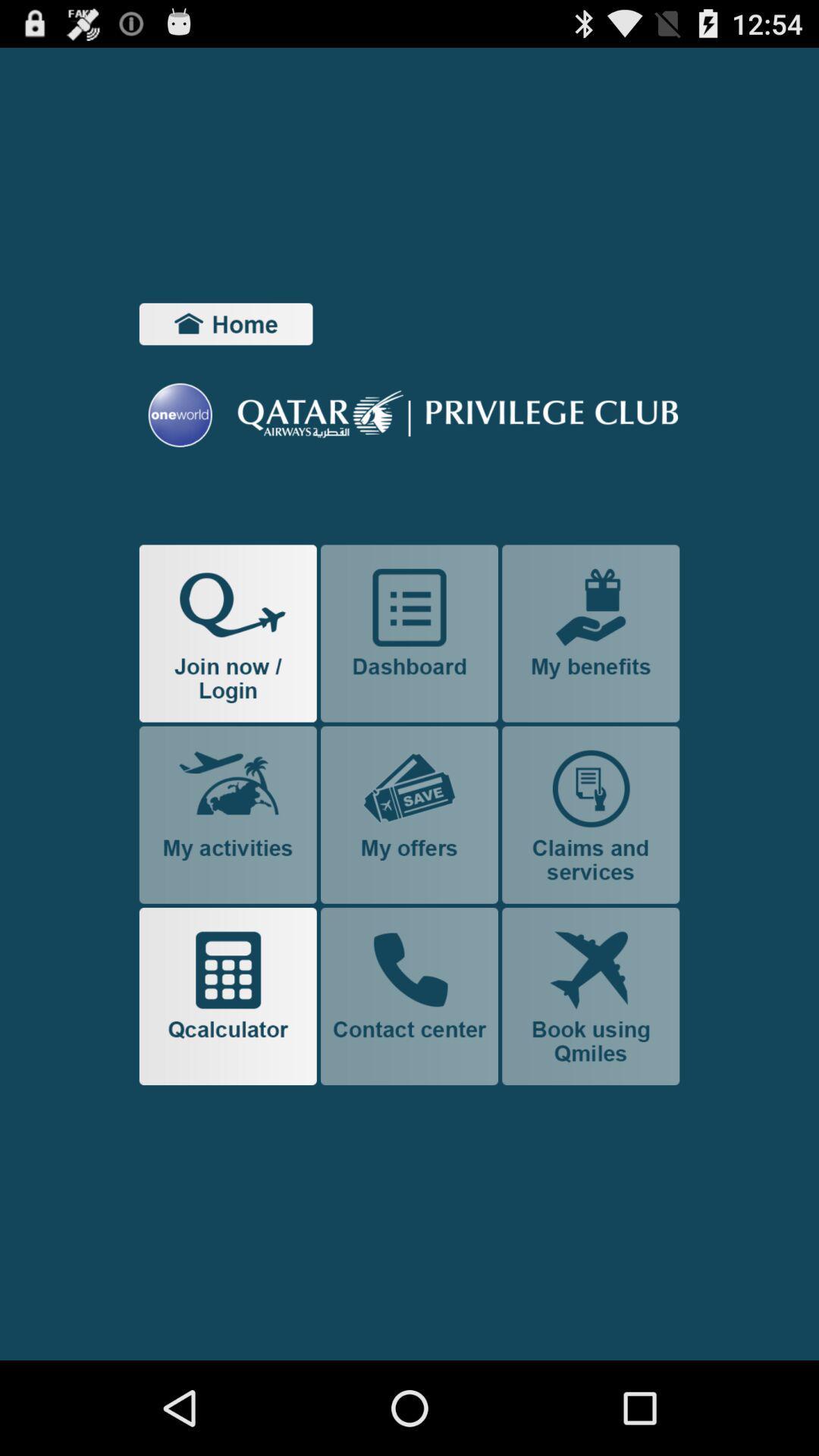  What do you see at coordinates (227, 814) in the screenshot?
I see `open activities` at bounding box center [227, 814].